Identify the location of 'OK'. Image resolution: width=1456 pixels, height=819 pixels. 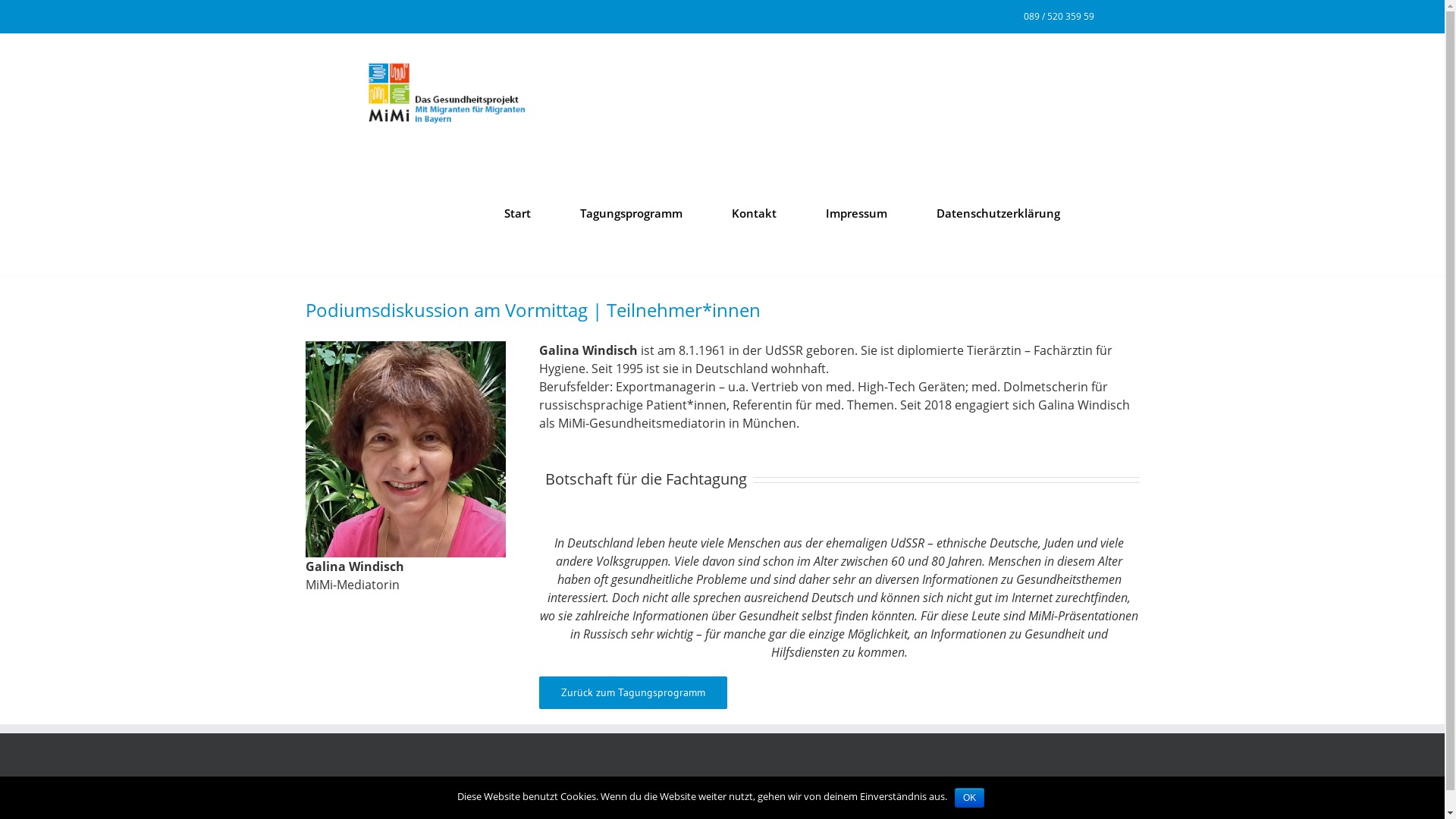
(968, 797).